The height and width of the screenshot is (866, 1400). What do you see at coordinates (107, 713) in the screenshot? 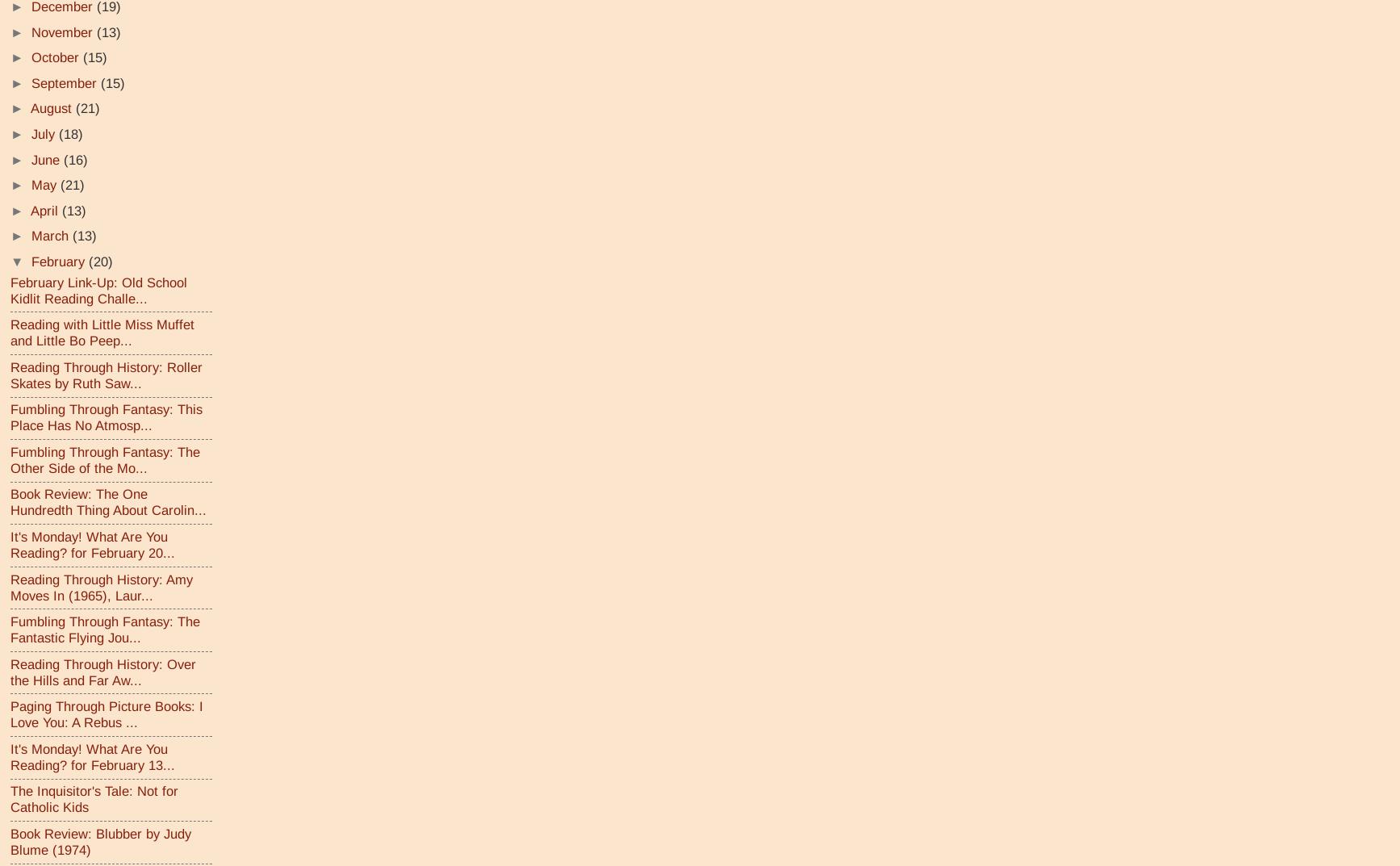
I see `'Paging Through Picture Books: I Love You: A Rebus ...'` at bounding box center [107, 713].